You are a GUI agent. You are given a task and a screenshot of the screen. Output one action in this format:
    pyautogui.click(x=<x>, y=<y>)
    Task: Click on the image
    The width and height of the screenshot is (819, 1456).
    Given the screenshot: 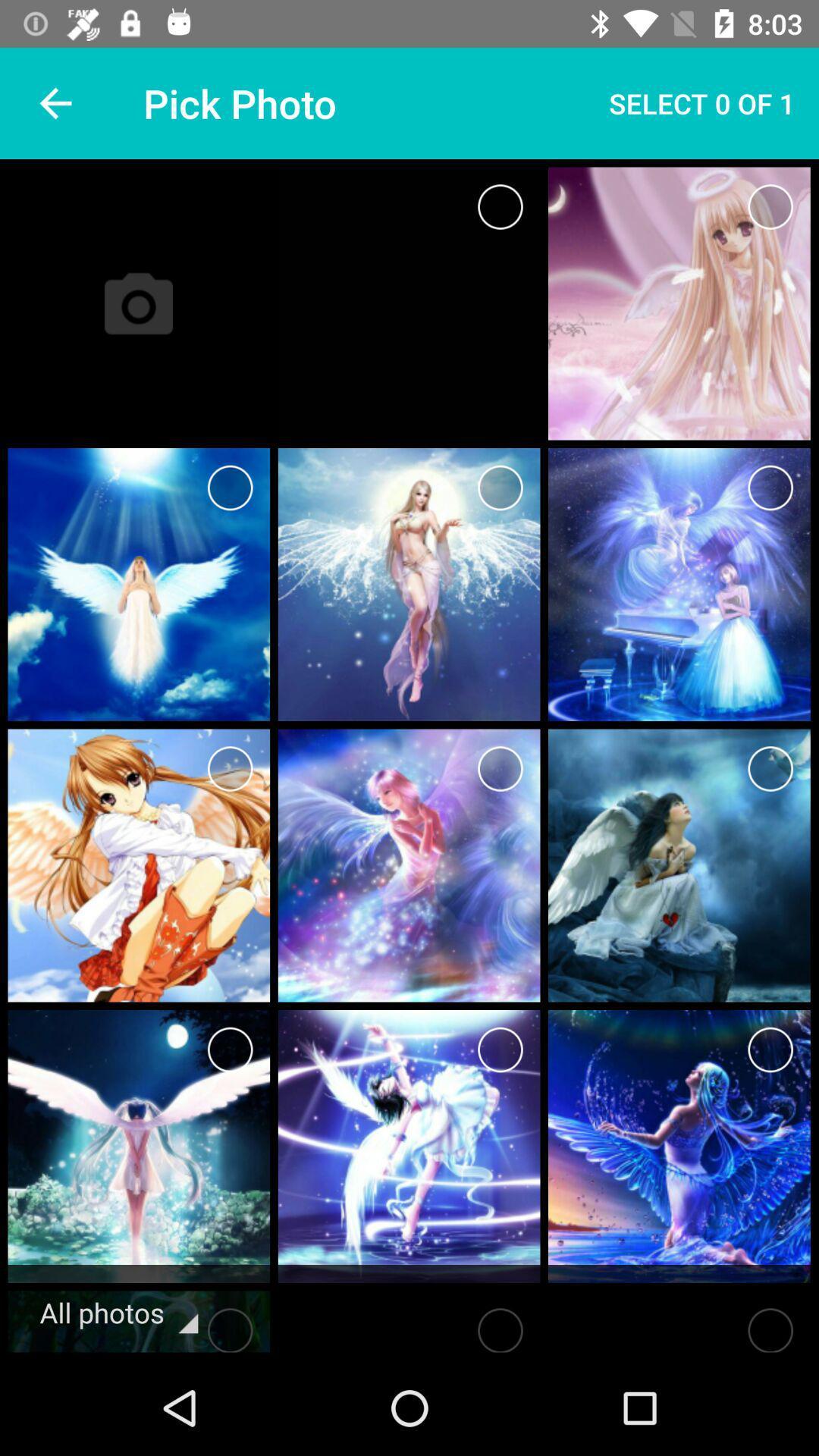 What is the action you would take?
    pyautogui.click(x=500, y=1049)
    